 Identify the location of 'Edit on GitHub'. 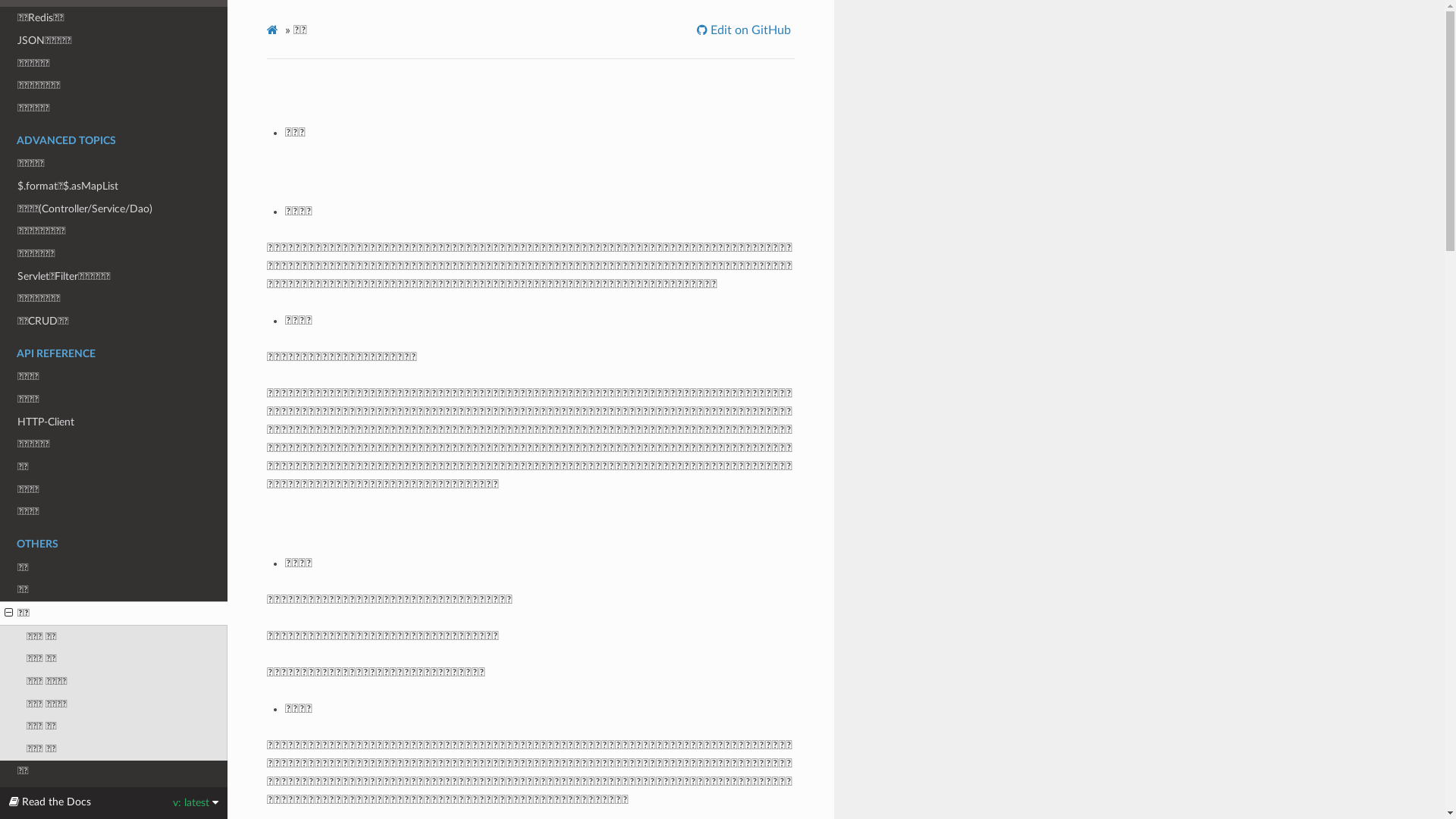
(745, 30).